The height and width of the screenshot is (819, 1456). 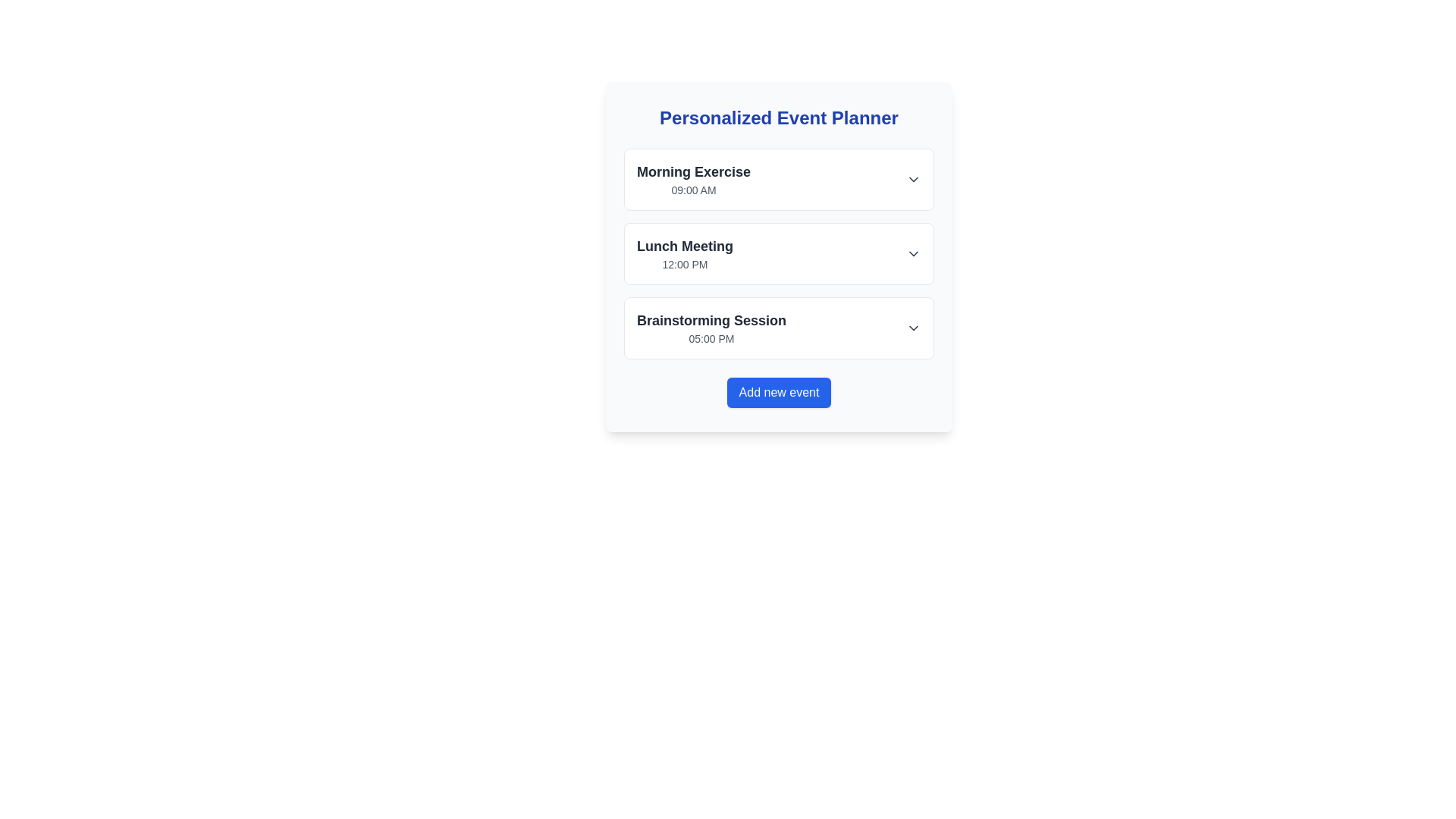 I want to click on the chevron button on the far right of the 'Brainstorming Session, 05:00 PM' row, so click(x=912, y=327).